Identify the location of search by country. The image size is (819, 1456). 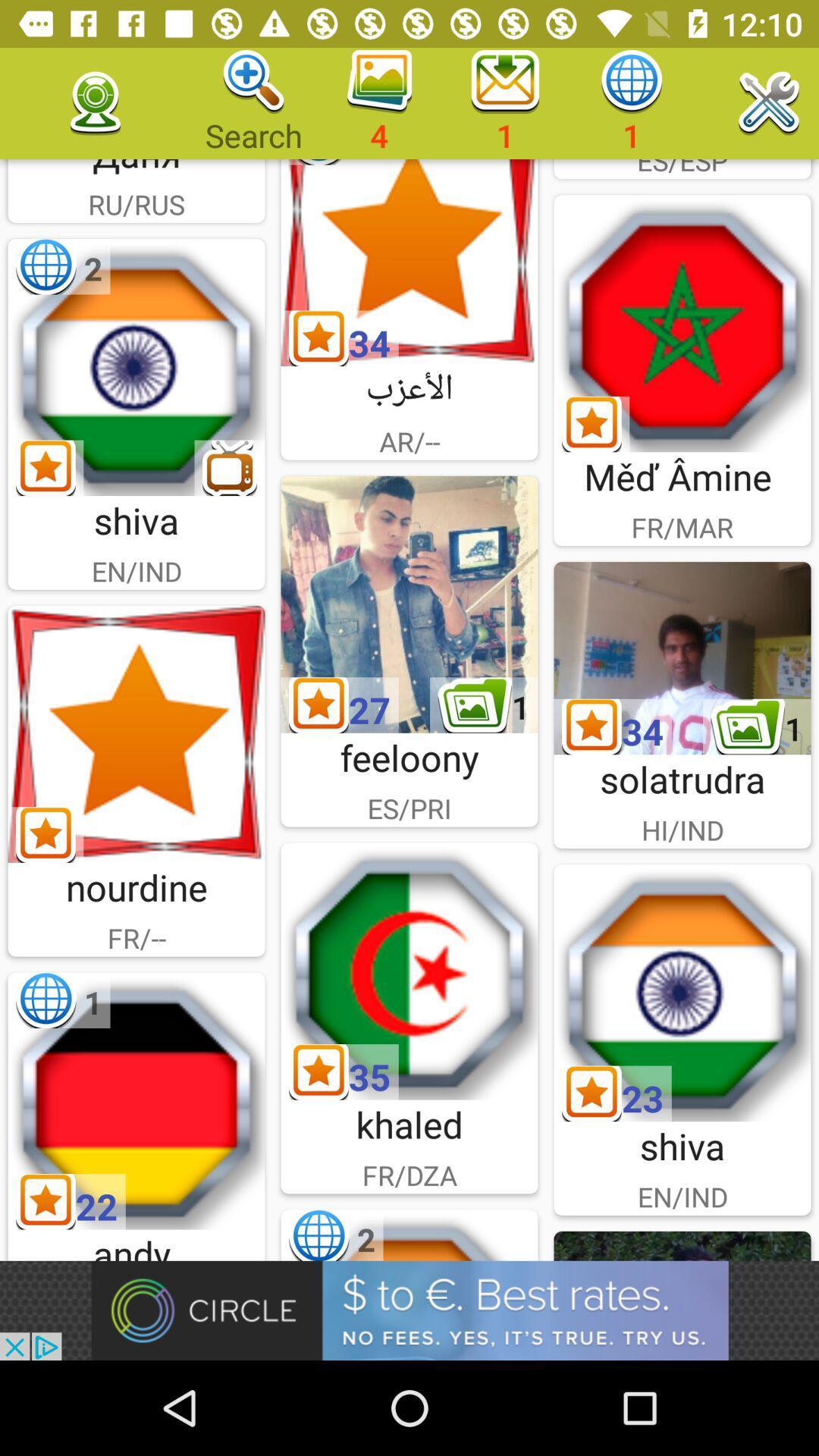
(409, 971).